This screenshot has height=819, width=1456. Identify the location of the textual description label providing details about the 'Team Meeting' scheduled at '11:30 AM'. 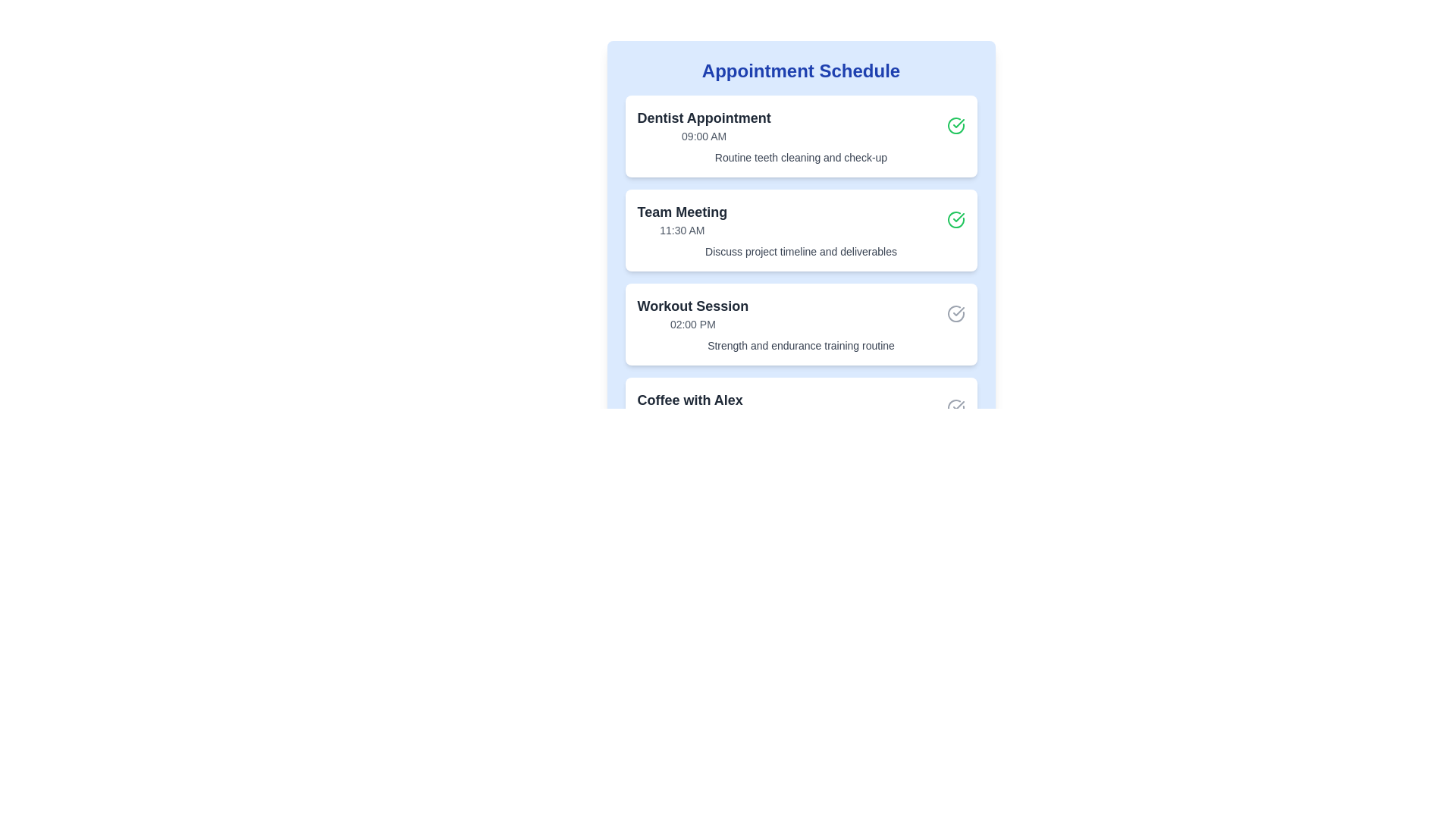
(800, 250).